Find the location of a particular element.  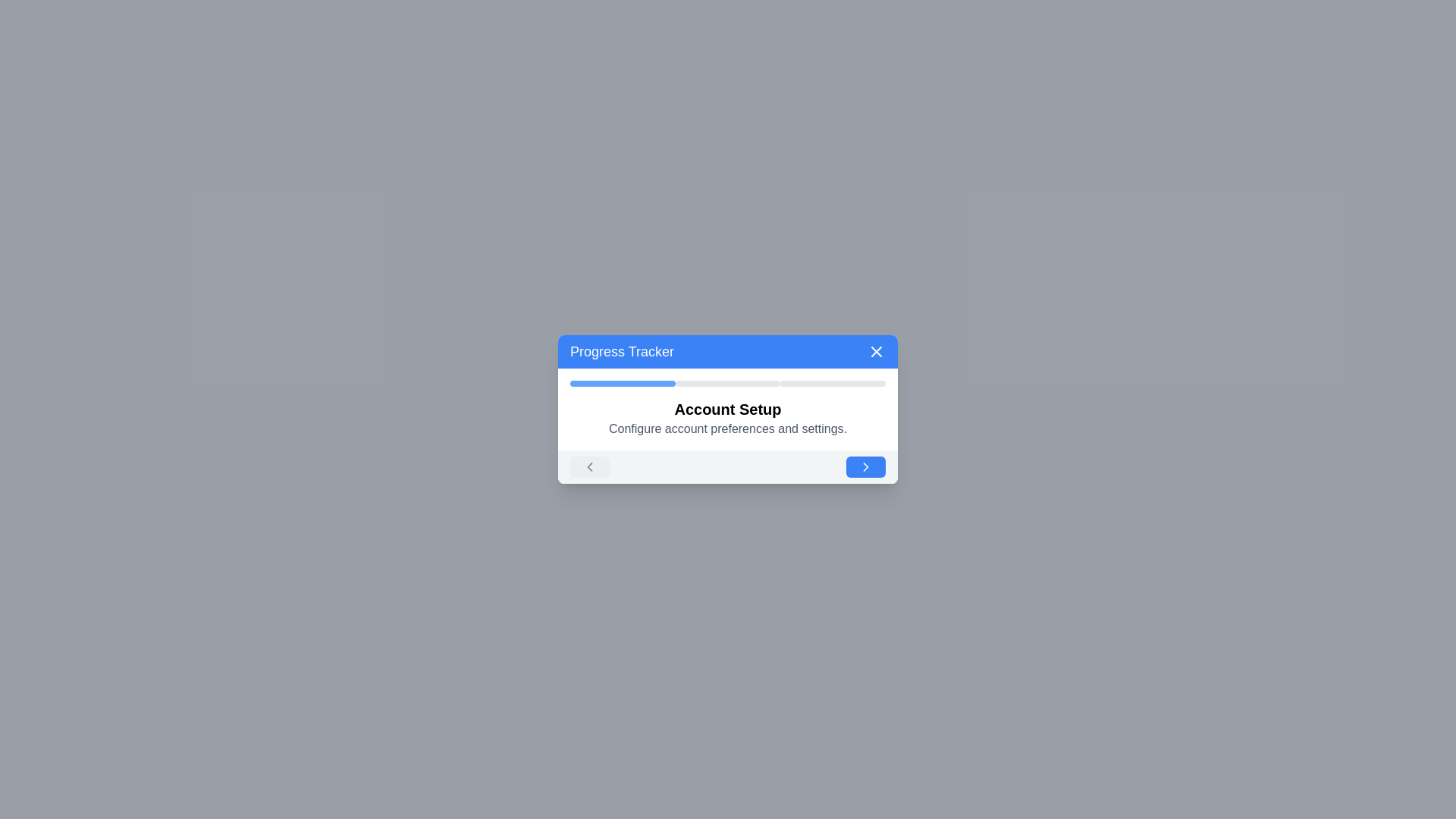

the uncompleted segment of the progress bar located in the middle, which indicates progress yet to be achieved in the multi-step process is located at coordinates (728, 382).